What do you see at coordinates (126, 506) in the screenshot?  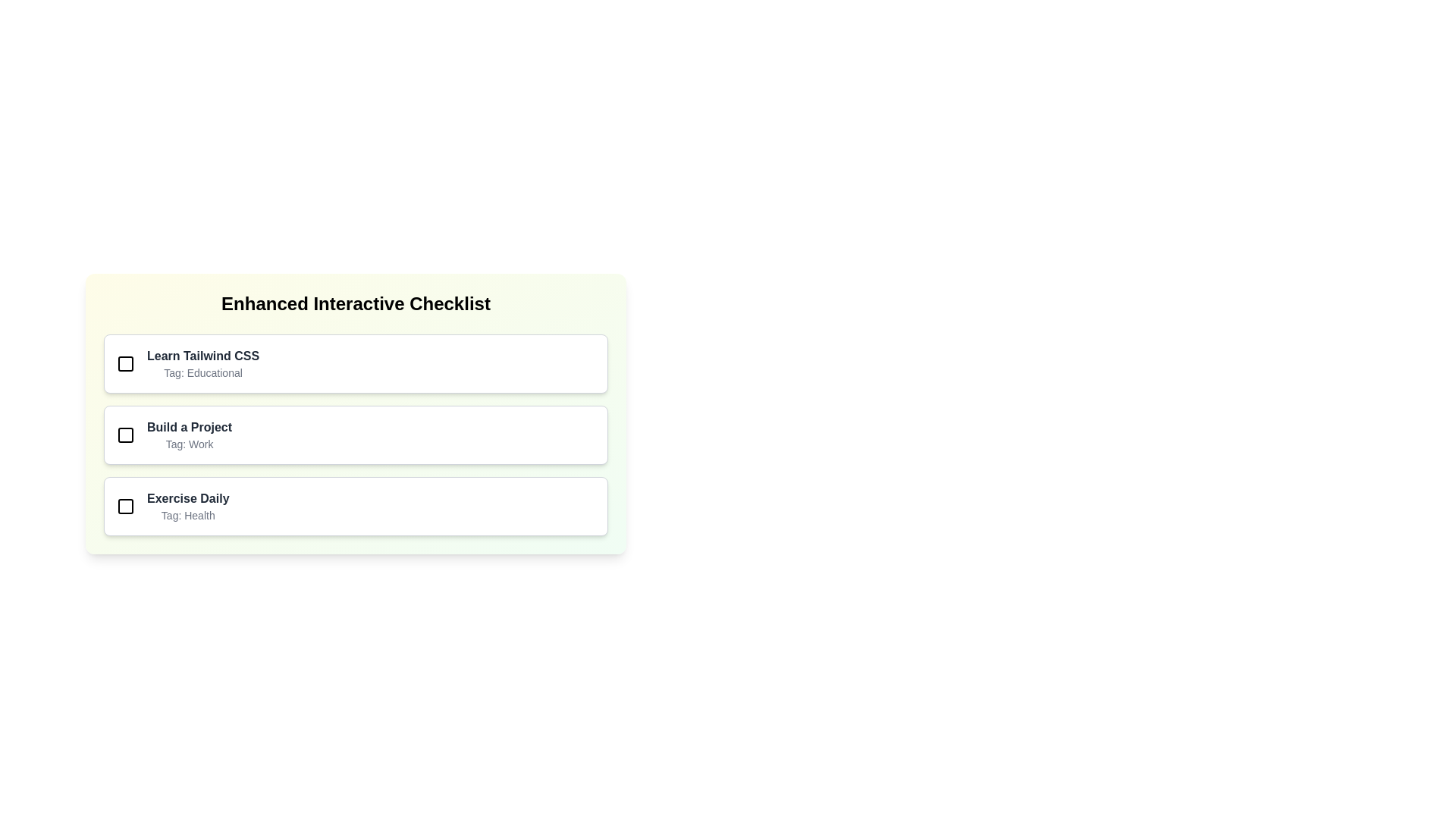 I see `the checkbox on the far left of the 'Exercise Daily' row in the checklist` at bounding box center [126, 506].